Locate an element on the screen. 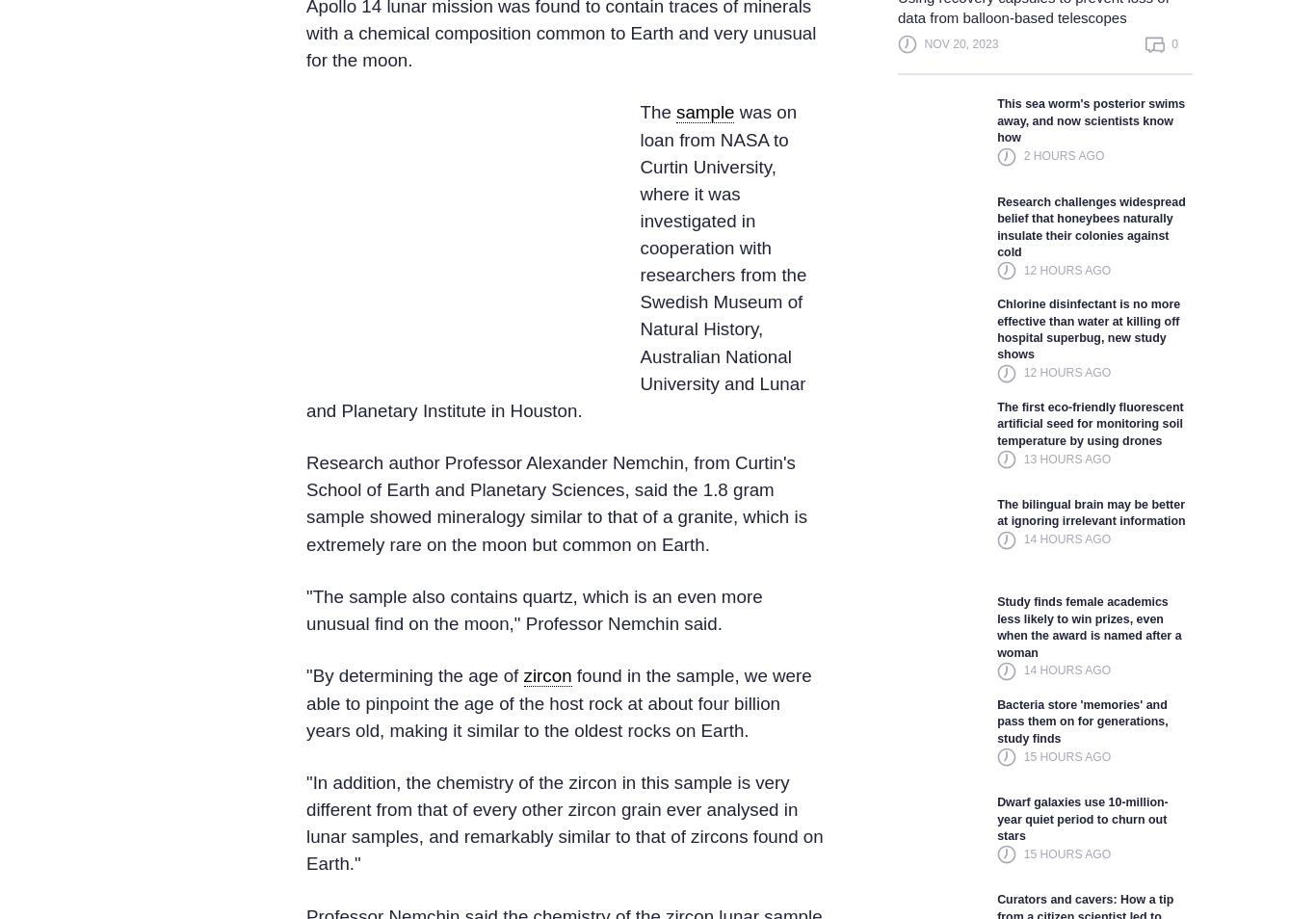 This screenshot has height=919, width=1316. '"The sample also contains quartz, which is an even more unusual find on the moon," Professor Nemchin said.' is located at coordinates (534, 608).